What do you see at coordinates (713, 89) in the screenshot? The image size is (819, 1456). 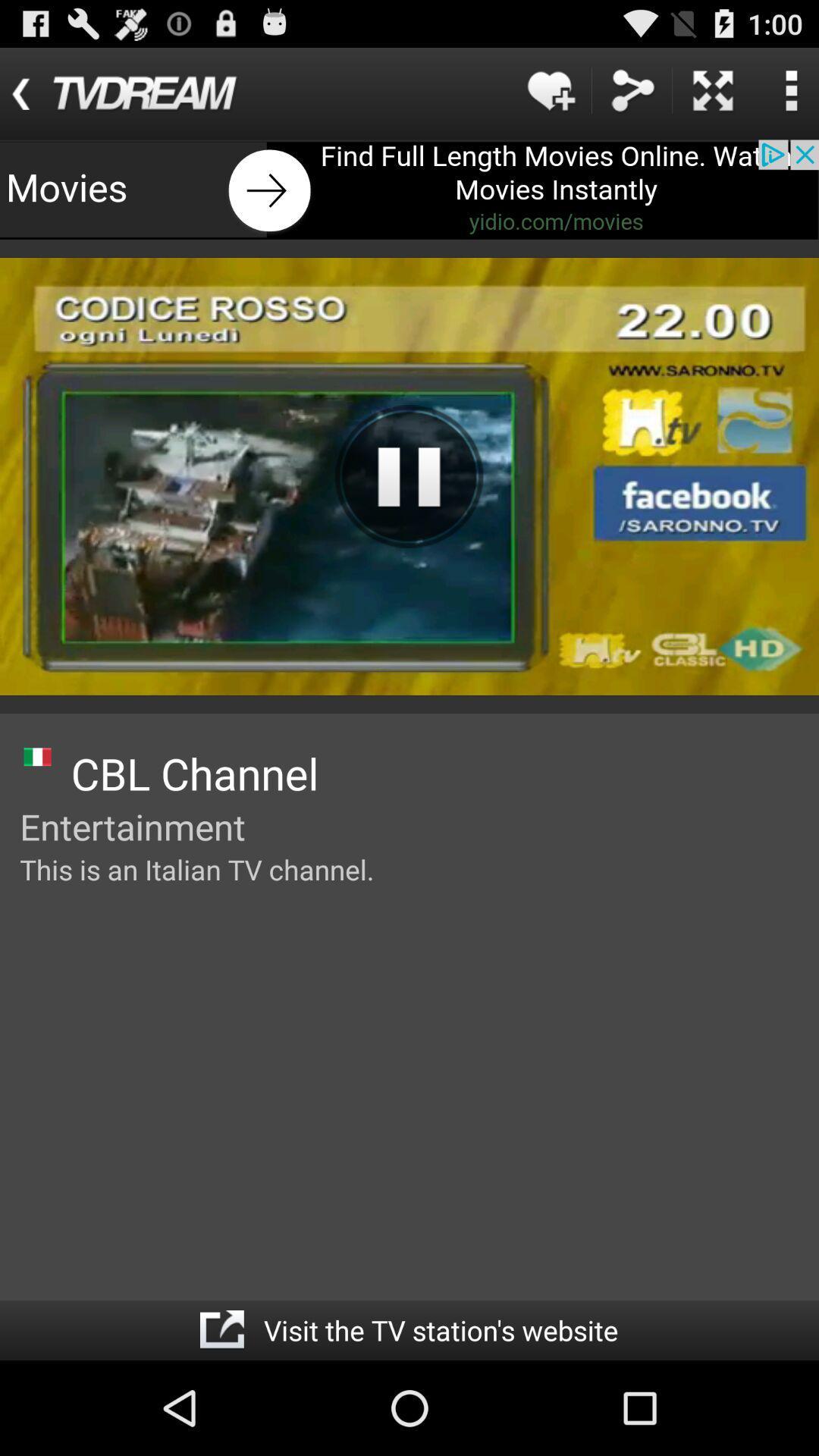 I see `more` at bounding box center [713, 89].